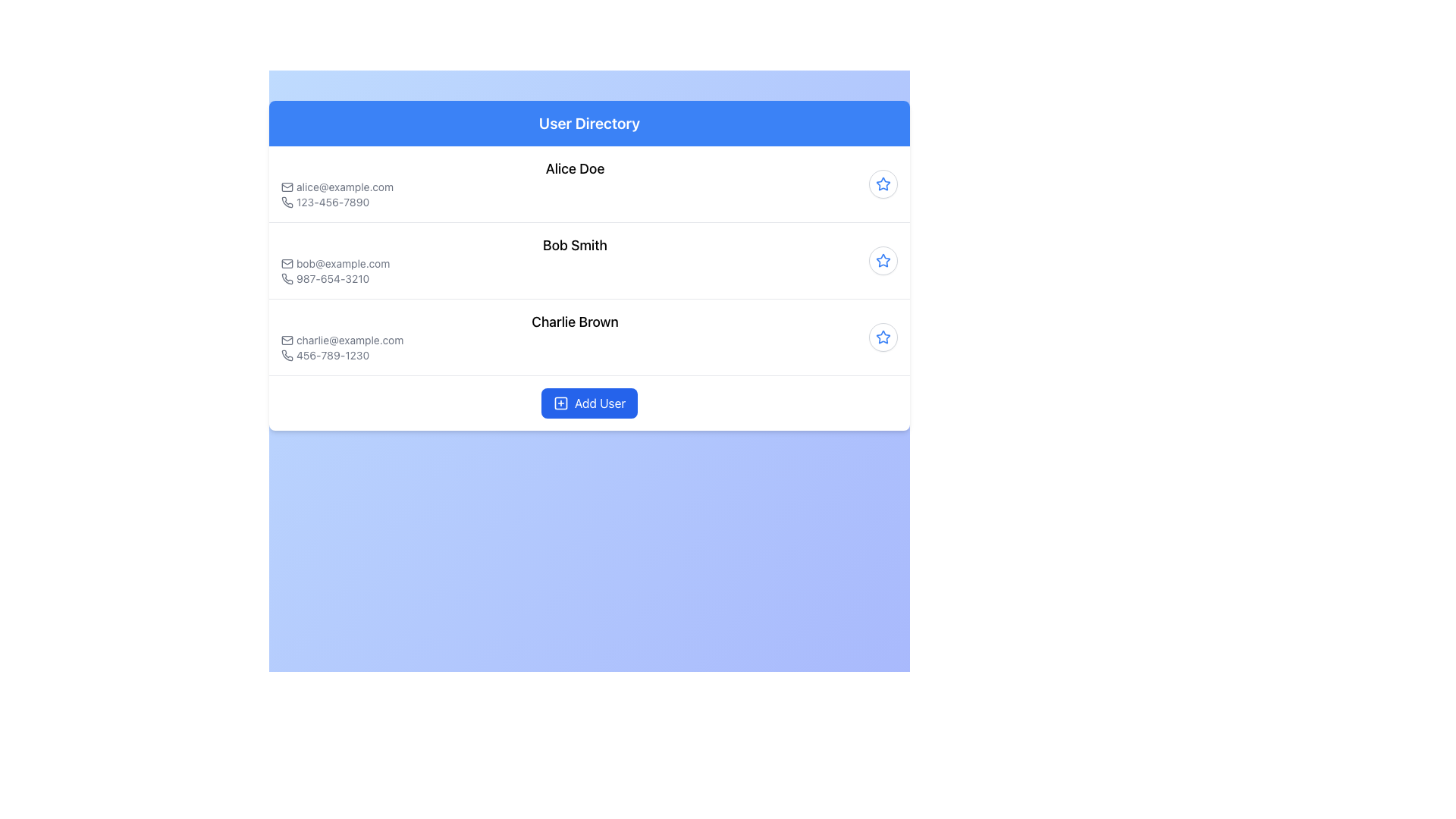 Image resolution: width=1456 pixels, height=819 pixels. Describe the element at coordinates (560, 403) in the screenshot. I see `the background of the 'Add User' button icon, which visually indicates adding a user` at that location.